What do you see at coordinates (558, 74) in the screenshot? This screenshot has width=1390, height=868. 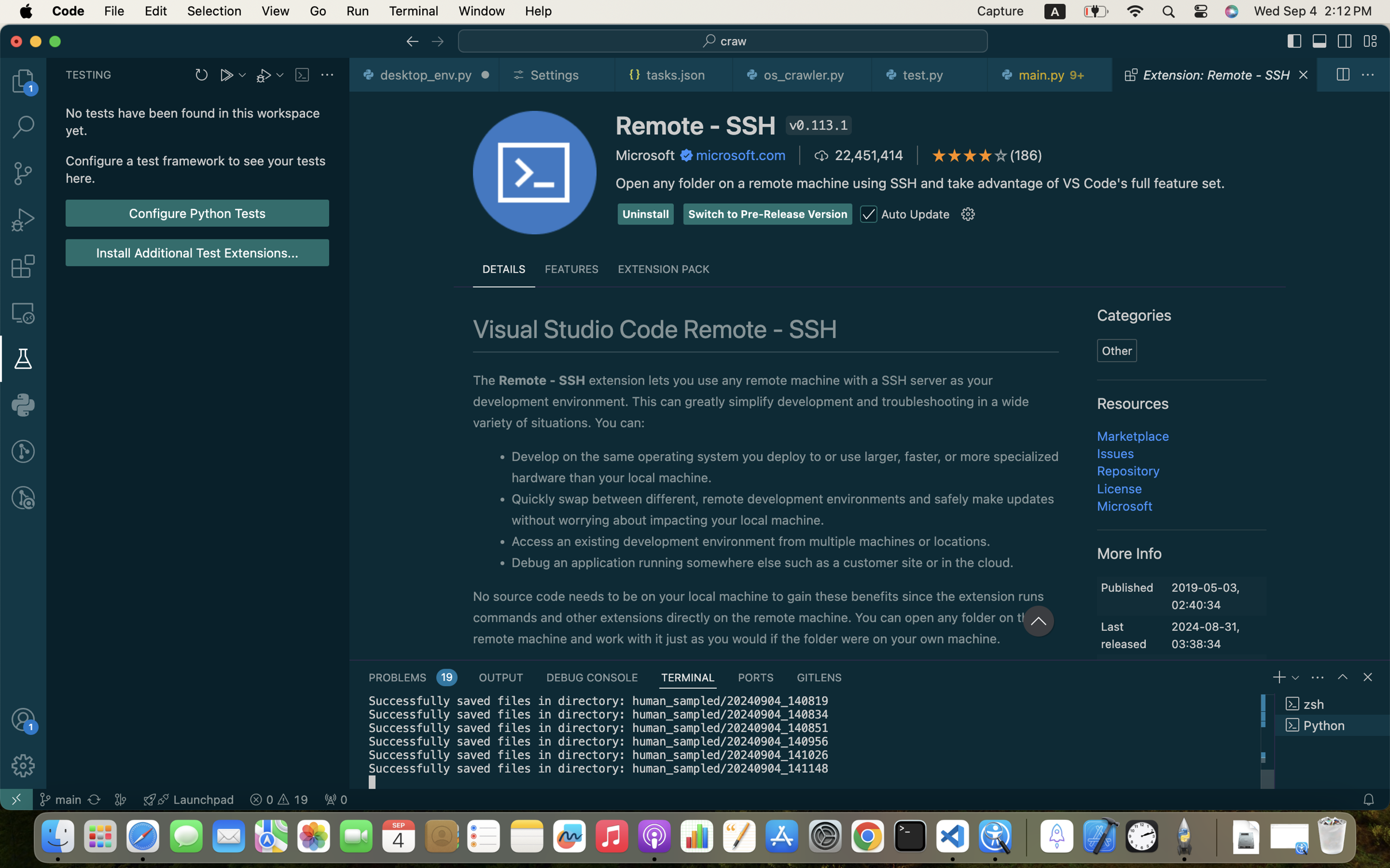 I see `'0 Settings  '` at bounding box center [558, 74].